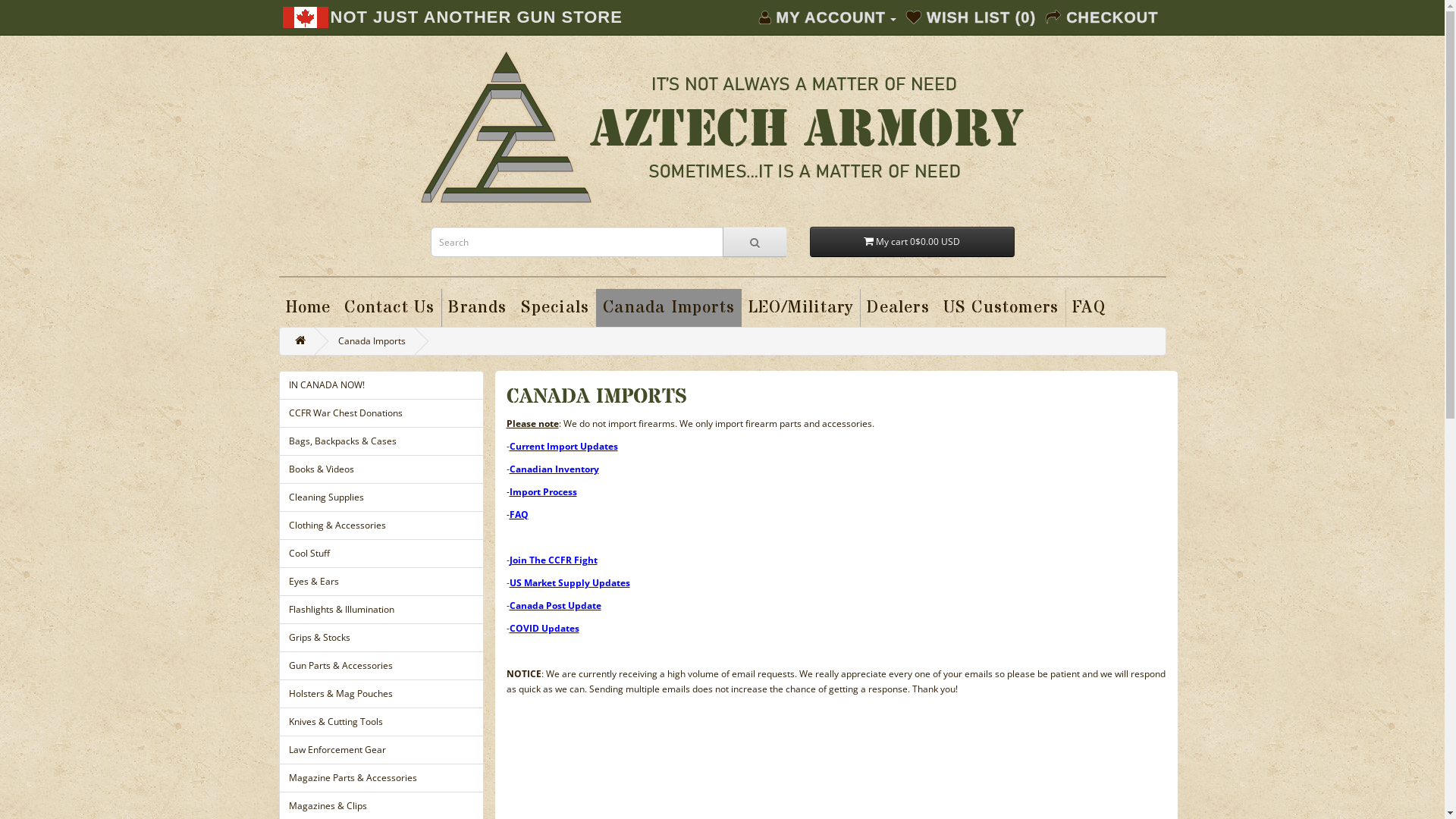 The width and height of the screenshot is (1456, 819). Describe the element at coordinates (381, 608) in the screenshot. I see `'Flashlights & Illumination'` at that location.